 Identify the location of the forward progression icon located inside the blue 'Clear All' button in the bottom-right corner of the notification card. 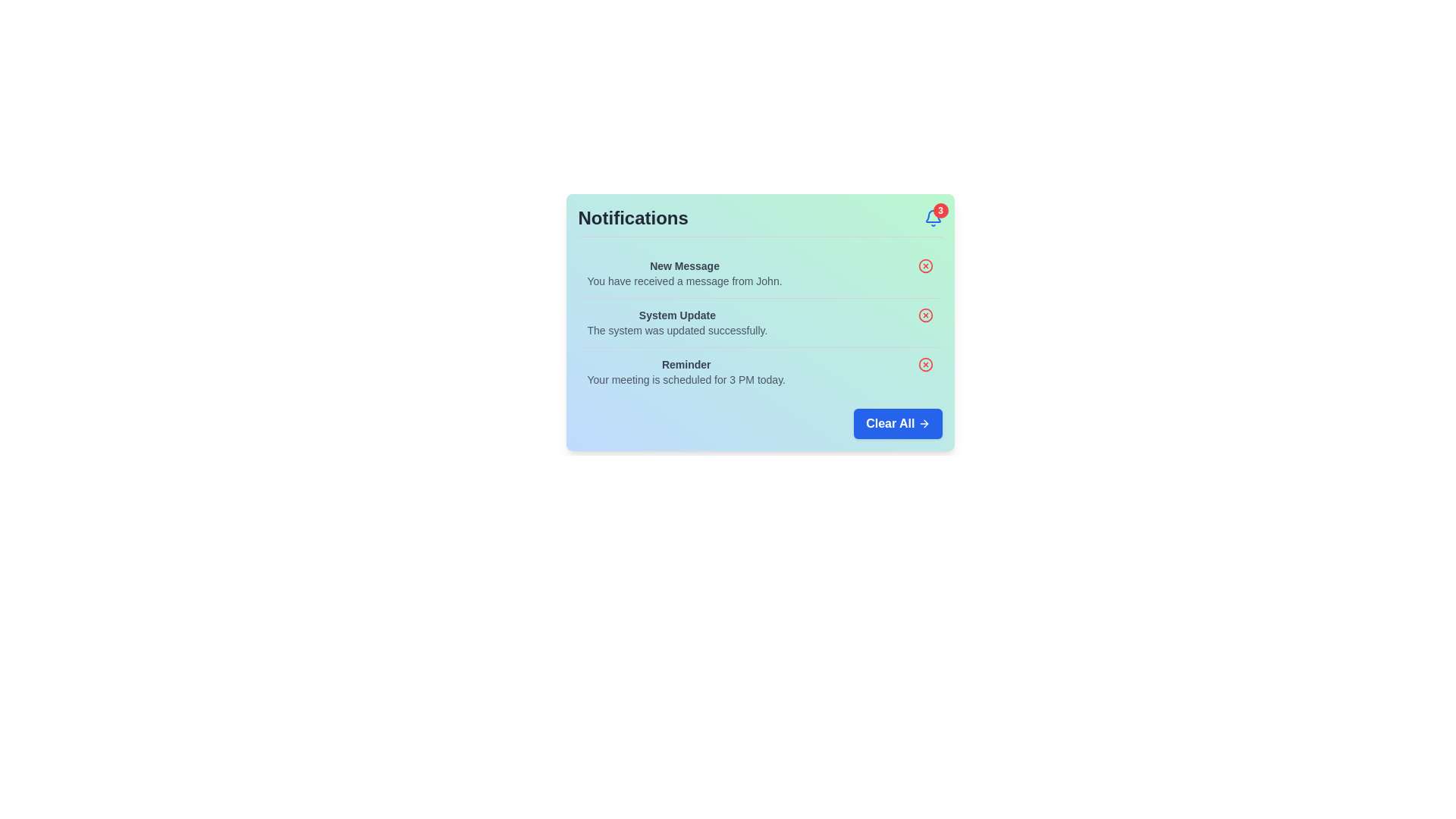
(923, 424).